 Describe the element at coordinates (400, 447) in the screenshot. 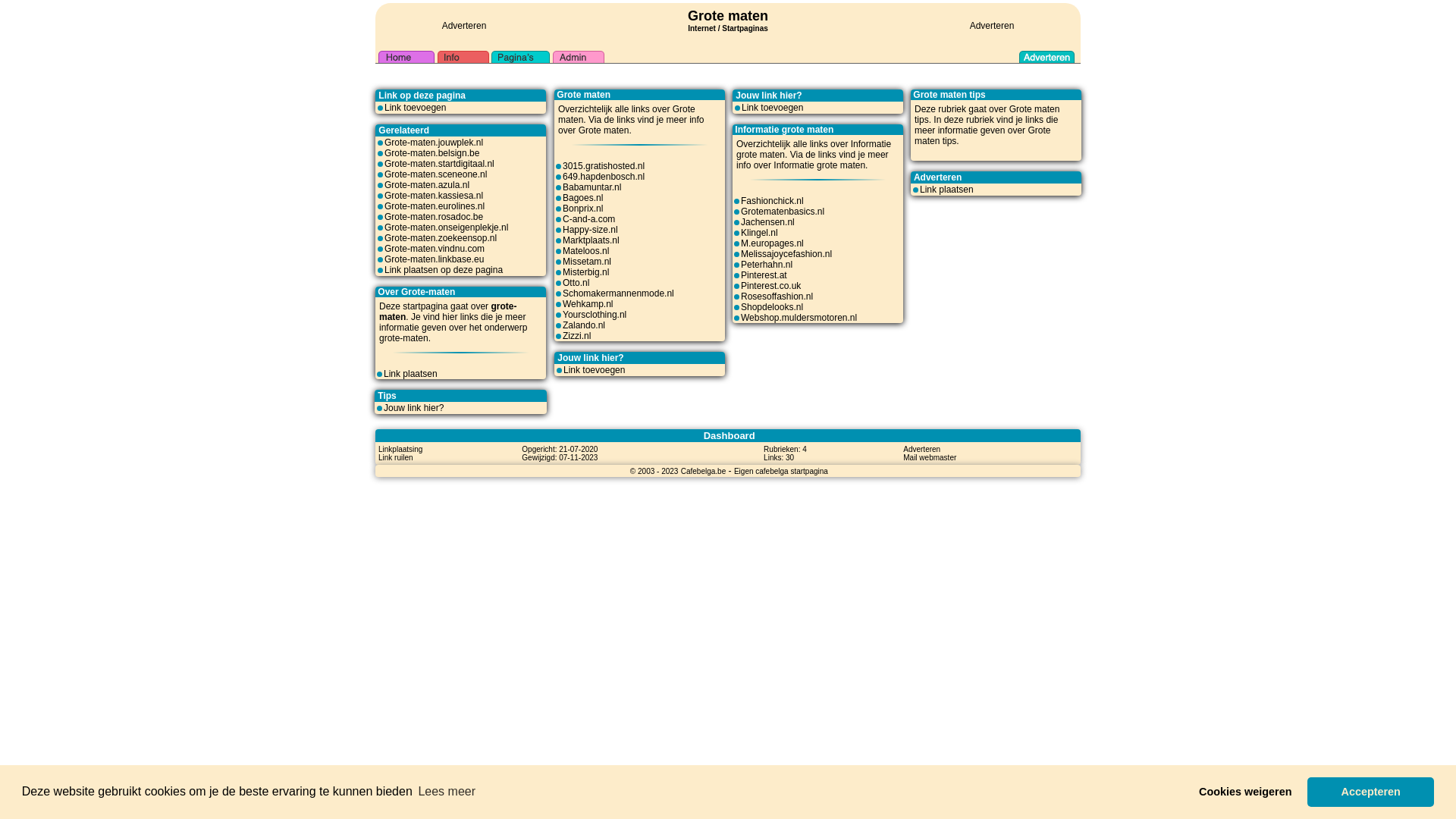

I see `'Linkplaatsing'` at that location.